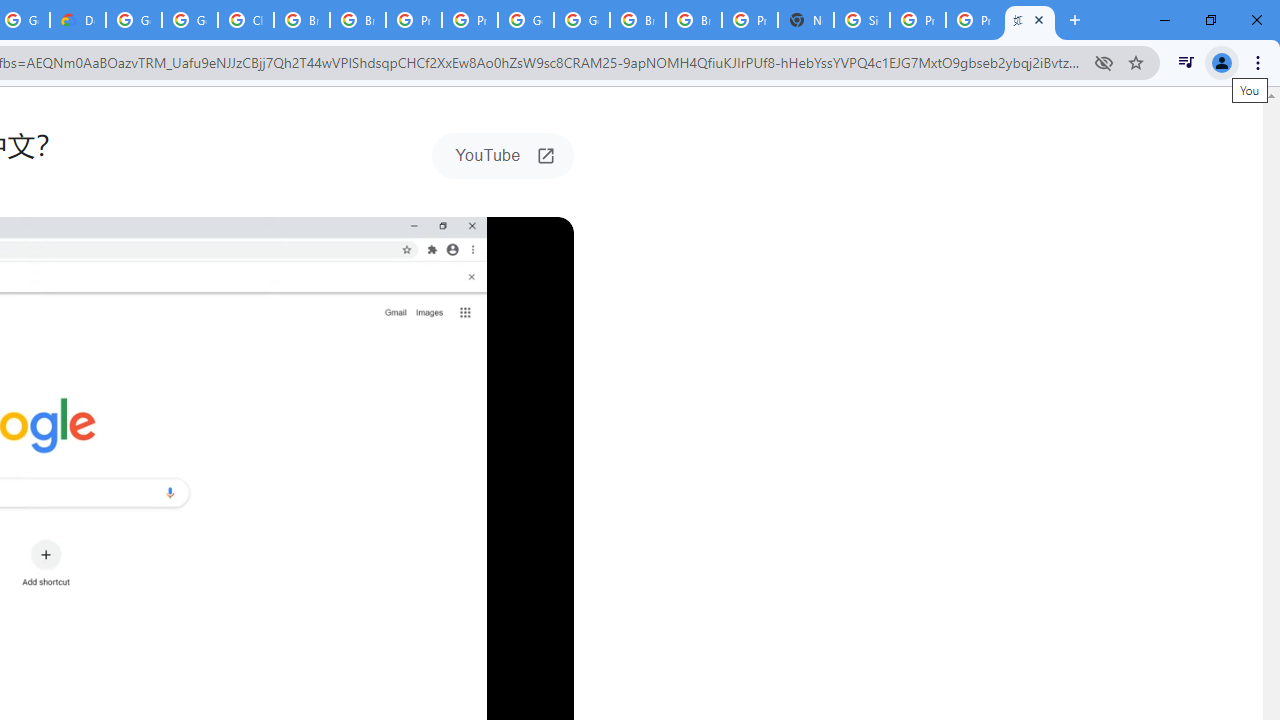 Image resolution: width=1280 pixels, height=720 pixels. I want to click on 'Control your music, videos, and more', so click(1185, 61).